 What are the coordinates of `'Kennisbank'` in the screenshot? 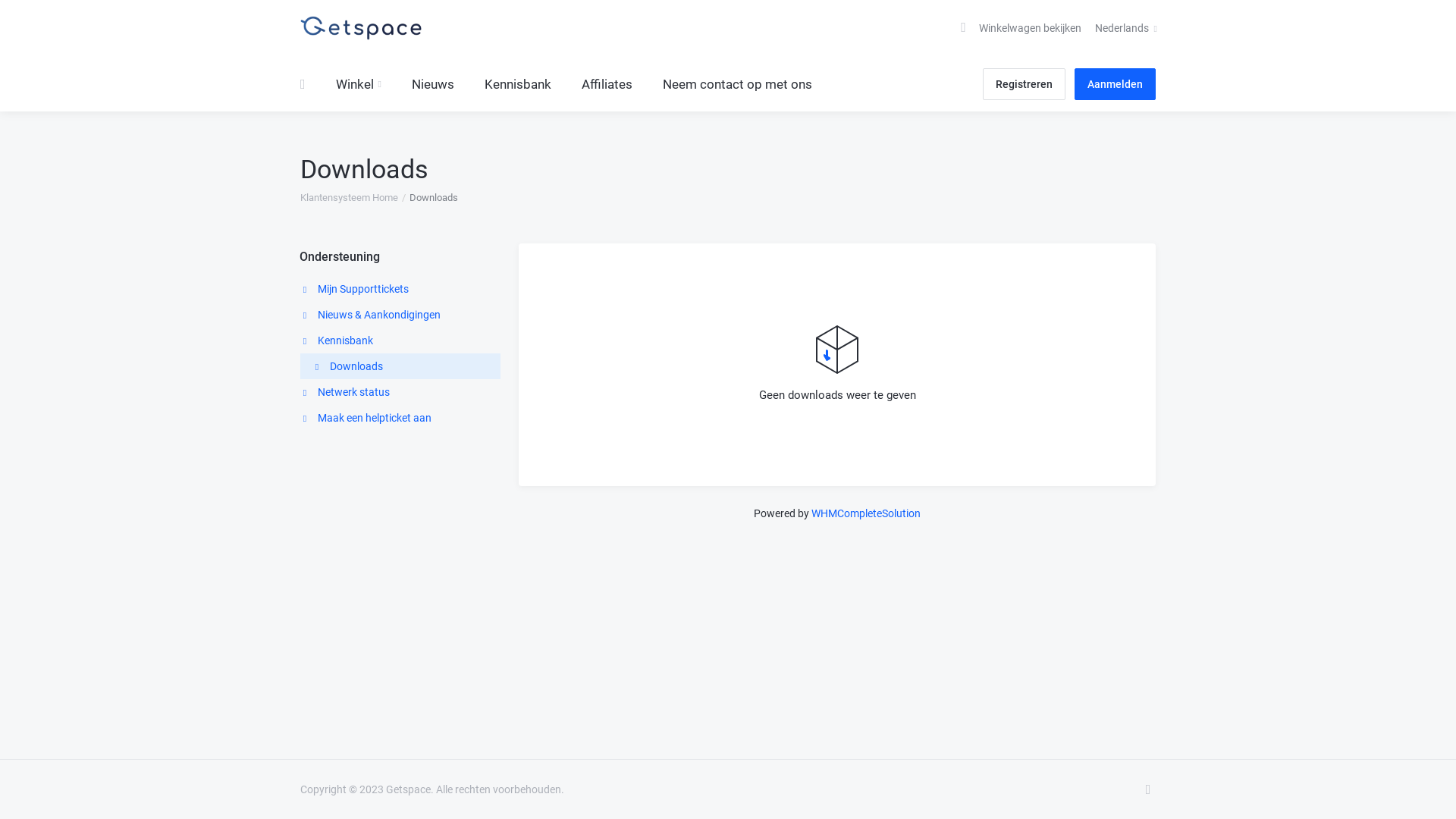 It's located at (400, 339).